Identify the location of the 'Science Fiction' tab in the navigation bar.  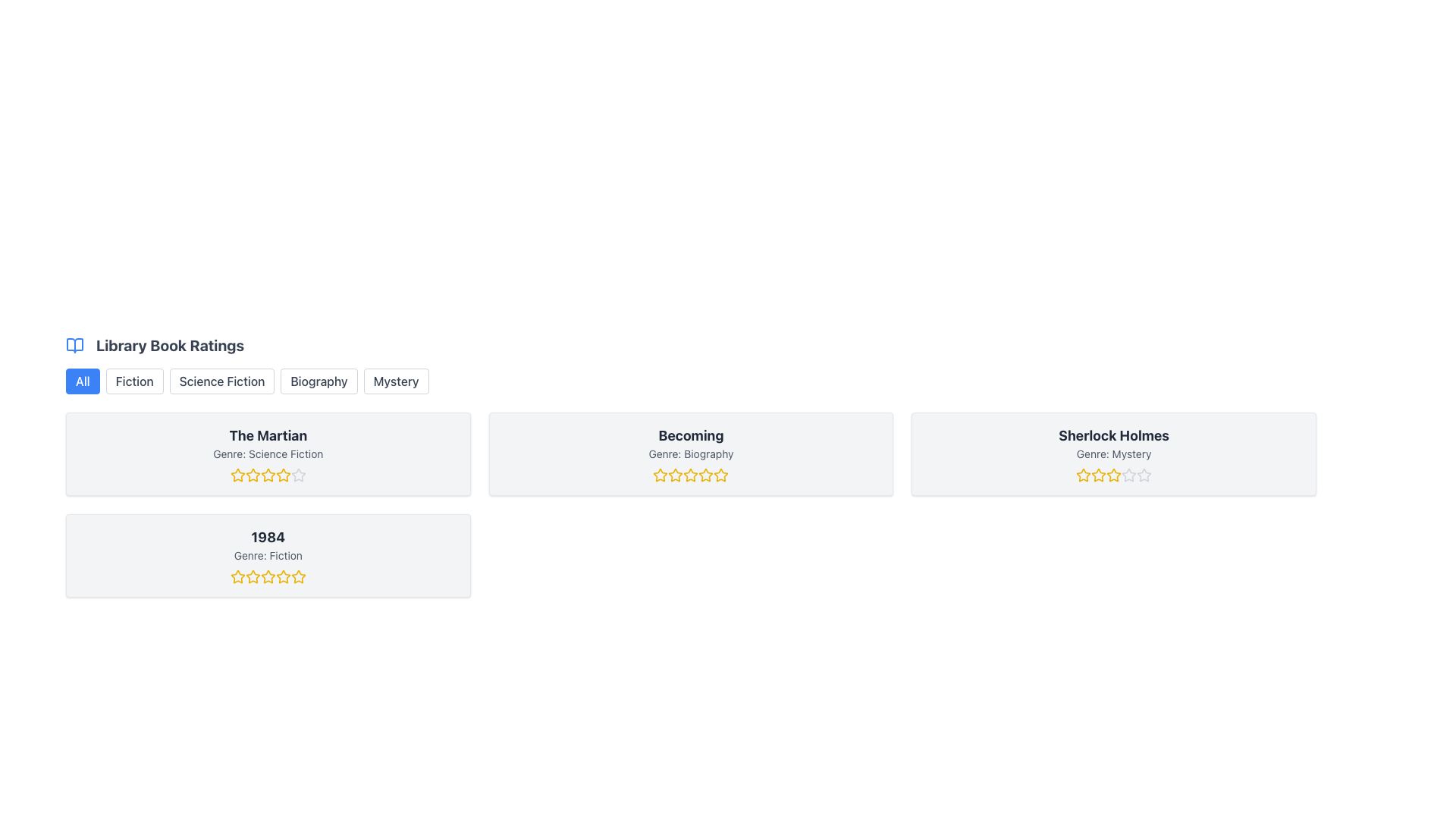
(221, 380).